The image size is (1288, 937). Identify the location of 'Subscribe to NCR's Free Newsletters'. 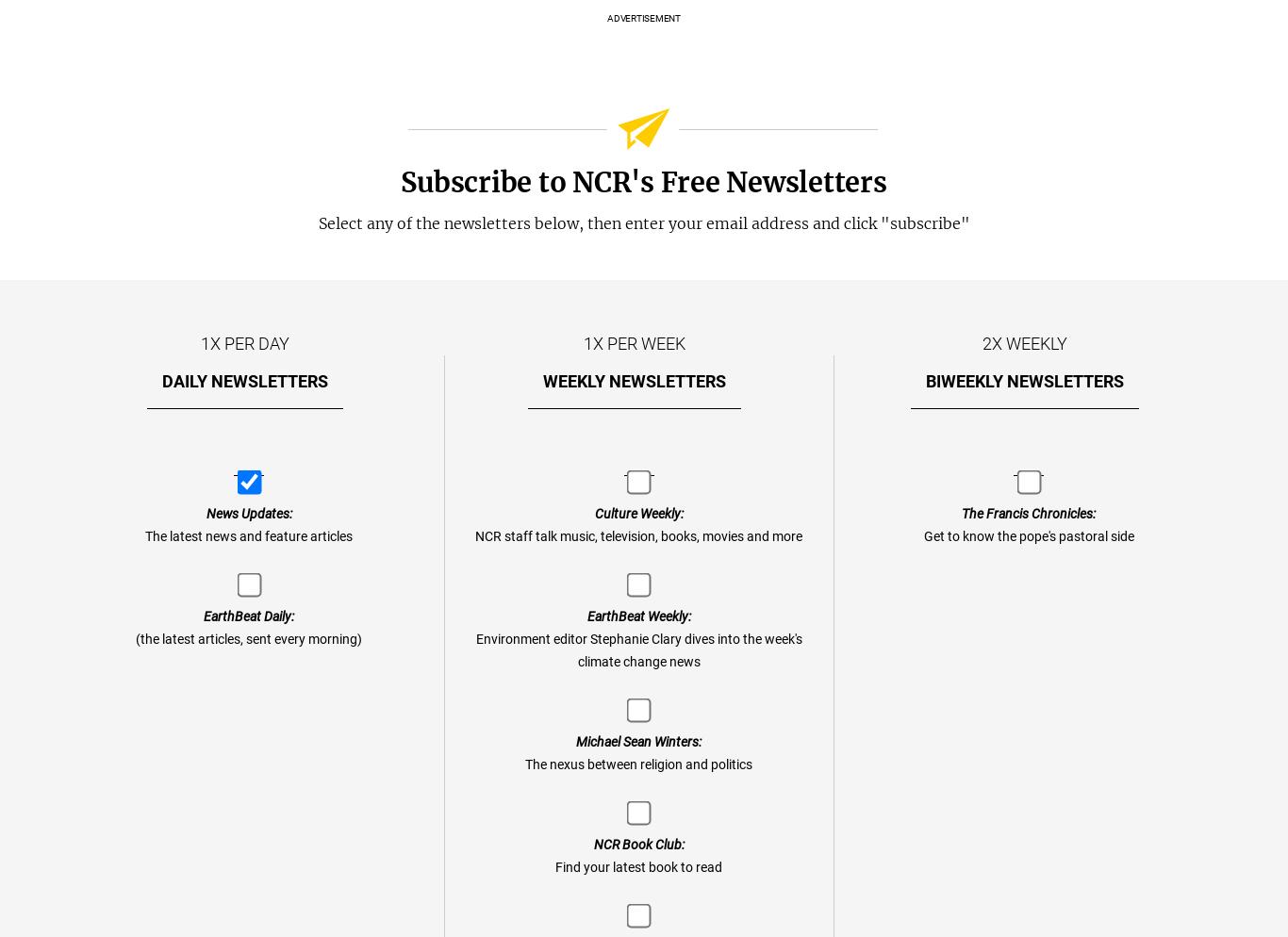
(642, 181).